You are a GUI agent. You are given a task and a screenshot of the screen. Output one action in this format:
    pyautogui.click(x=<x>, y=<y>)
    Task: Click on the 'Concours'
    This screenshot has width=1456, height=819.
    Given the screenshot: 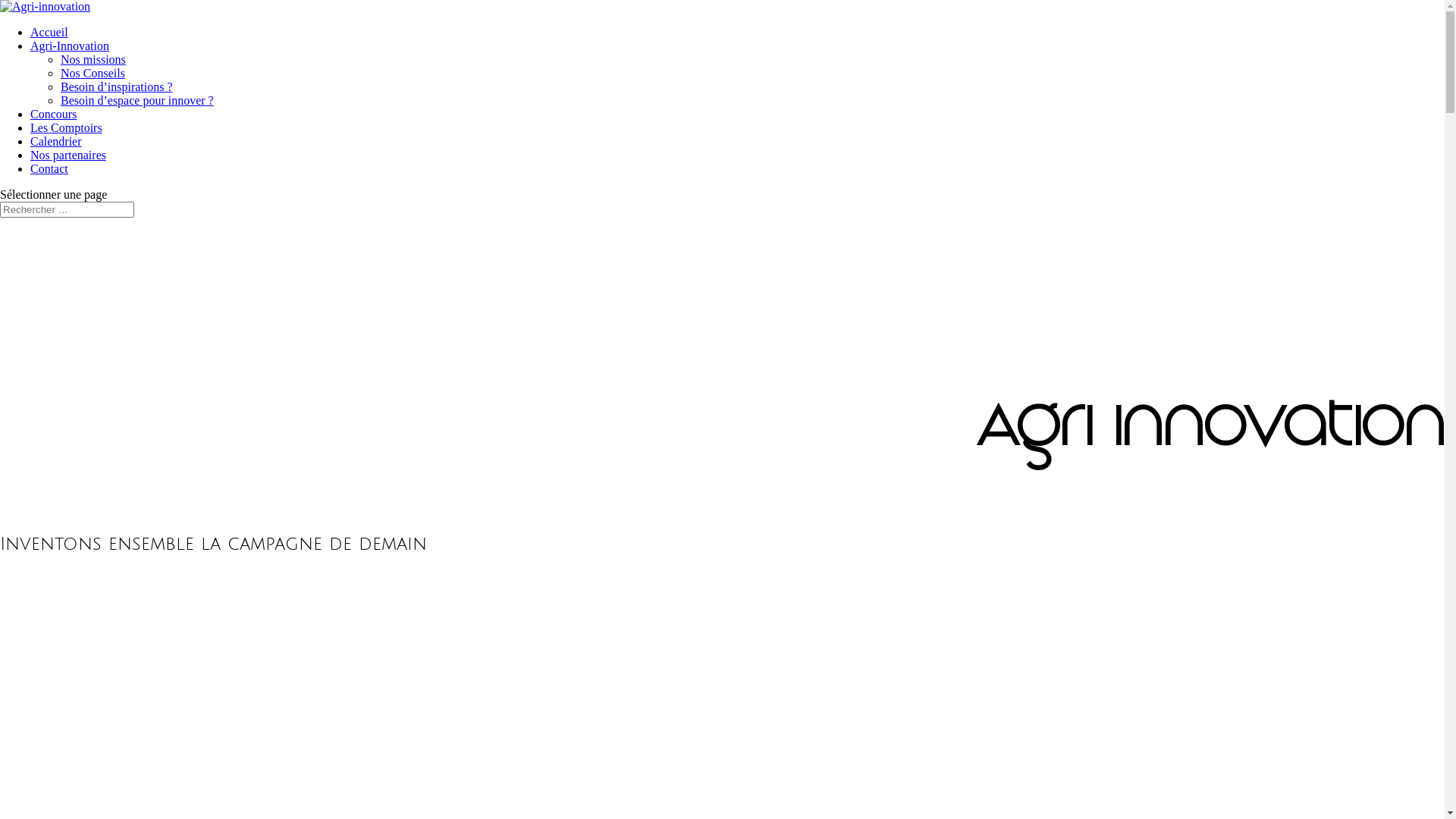 What is the action you would take?
    pyautogui.click(x=53, y=113)
    